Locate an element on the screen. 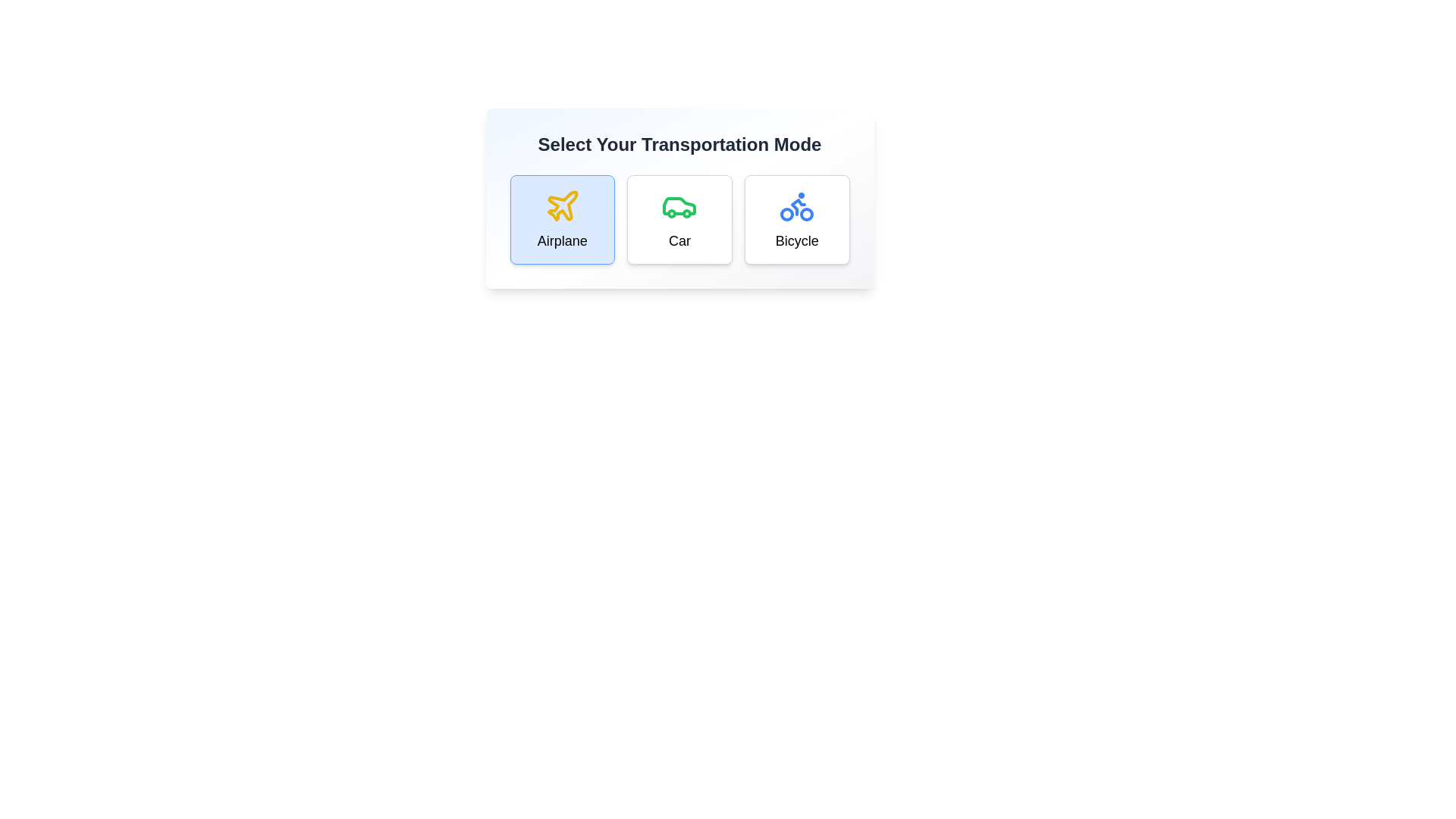 This screenshot has height=819, width=1456. the 'Airplane' icon in the transportation mode selection interface, located under the title 'Select Your Transportation Mode' is located at coordinates (562, 206).